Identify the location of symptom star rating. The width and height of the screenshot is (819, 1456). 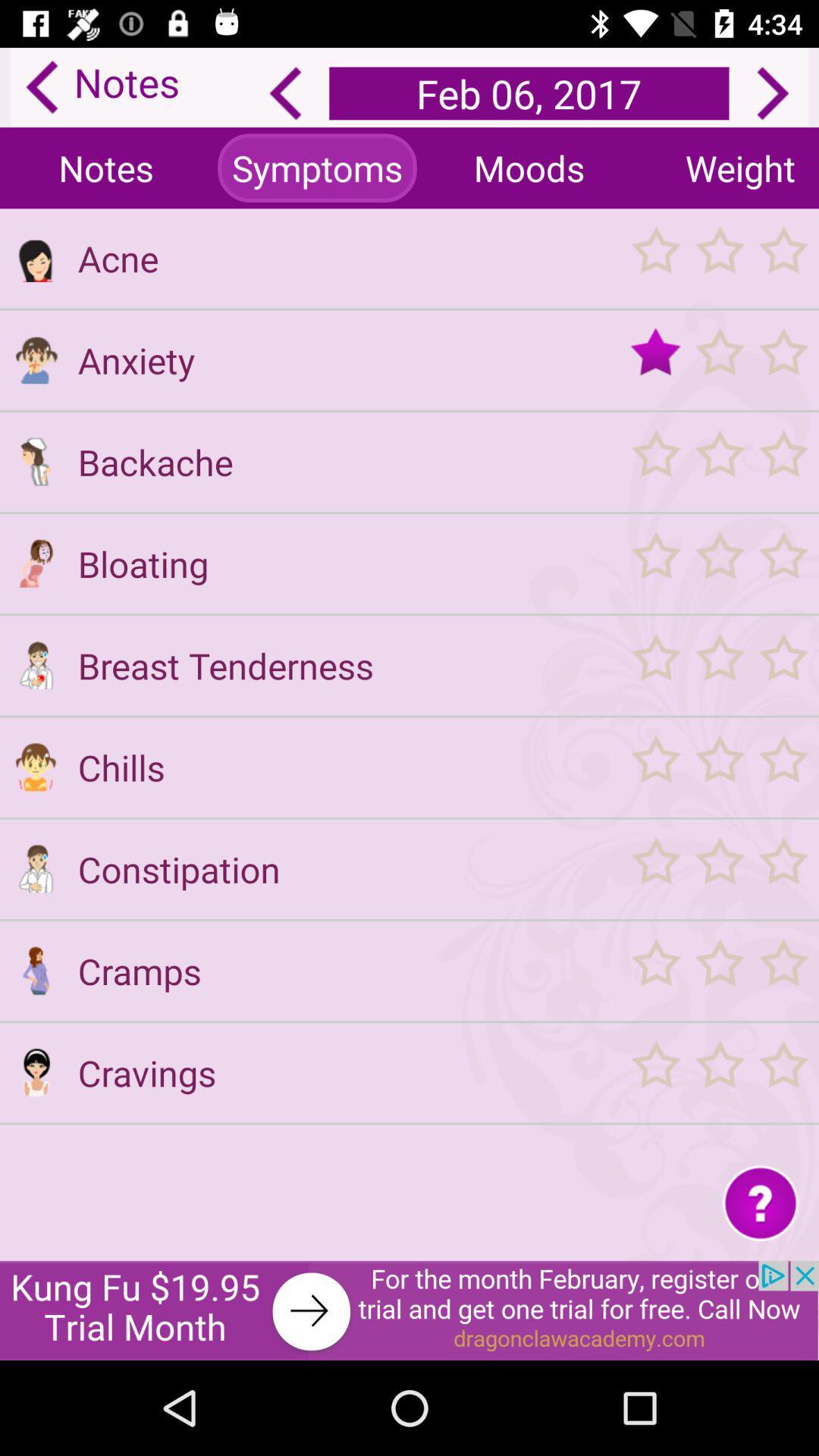
(718, 359).